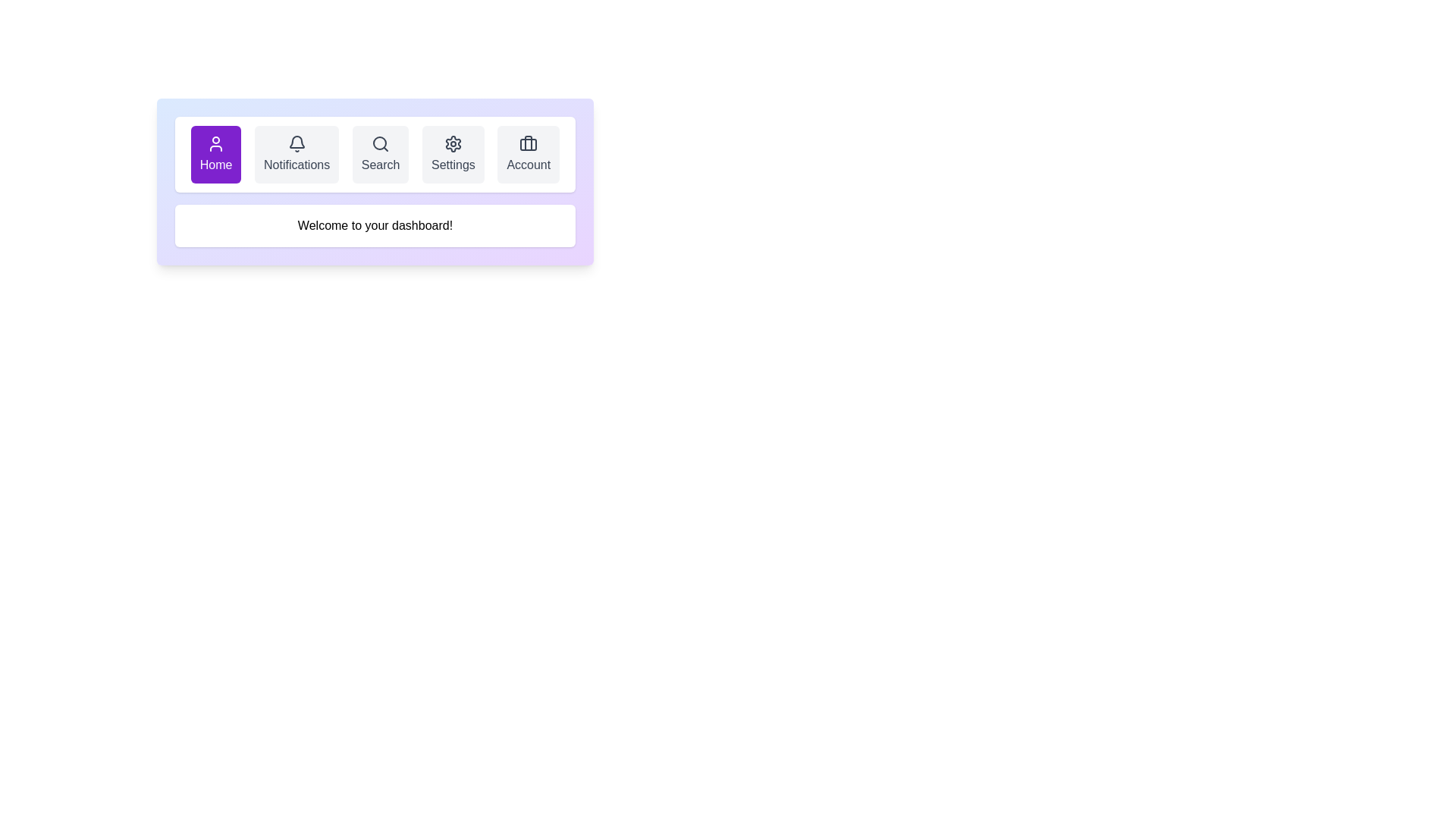 The width and height of the screenshot is (1456, 819). Describe the element at coordinates (297, 143) in the screenshot. I see `the minimalist bell icon located in the navigation bar, directly above the 'Notifications' label` at that location.